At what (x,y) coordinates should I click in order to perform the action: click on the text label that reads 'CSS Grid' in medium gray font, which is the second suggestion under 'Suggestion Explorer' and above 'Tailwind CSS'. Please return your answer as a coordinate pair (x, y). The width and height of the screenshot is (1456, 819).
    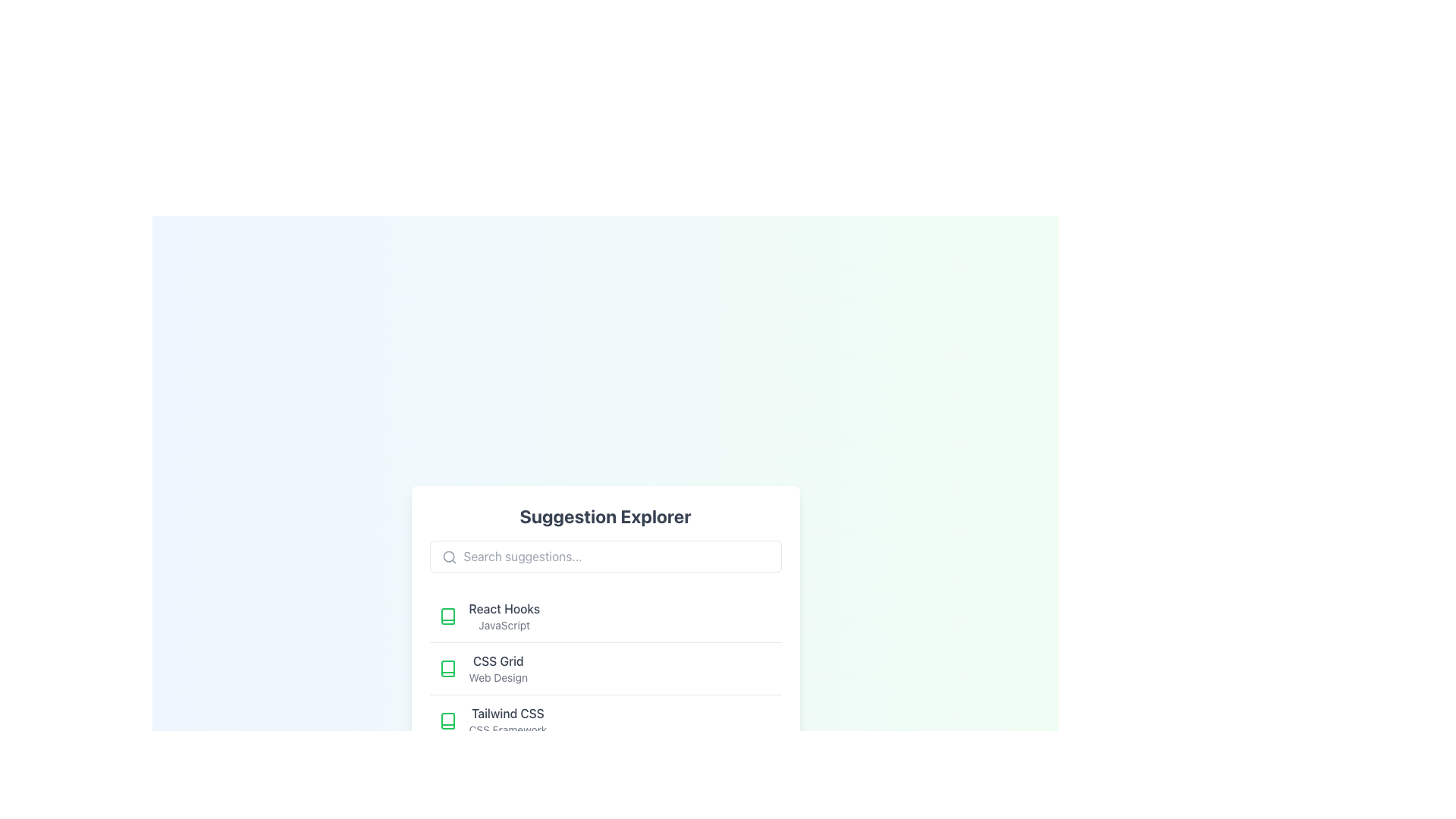
    Looking at the image, I should click on (498, 668).